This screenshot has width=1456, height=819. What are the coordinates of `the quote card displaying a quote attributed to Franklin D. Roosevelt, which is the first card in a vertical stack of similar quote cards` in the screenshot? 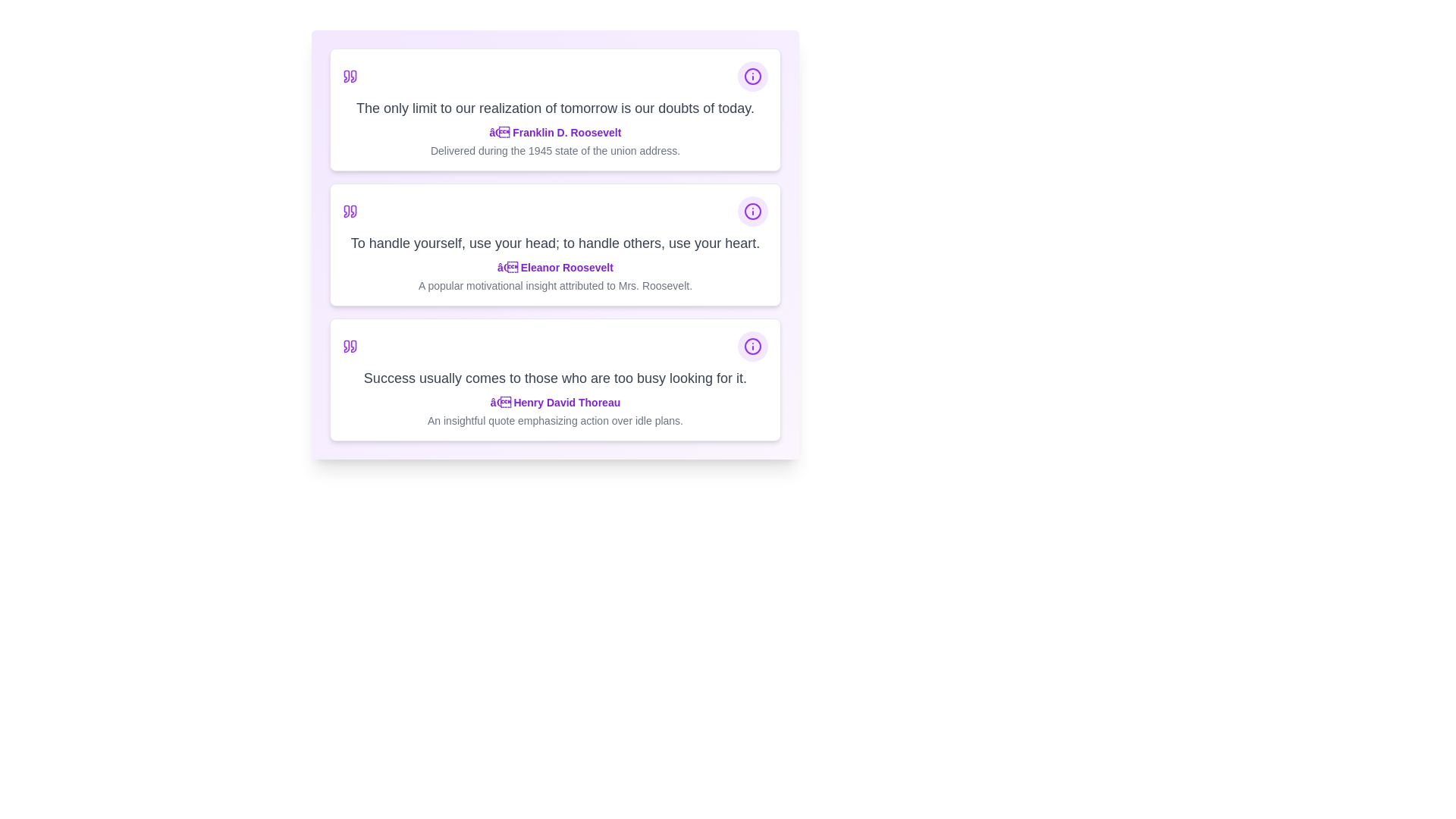 It's located at (554, 109).